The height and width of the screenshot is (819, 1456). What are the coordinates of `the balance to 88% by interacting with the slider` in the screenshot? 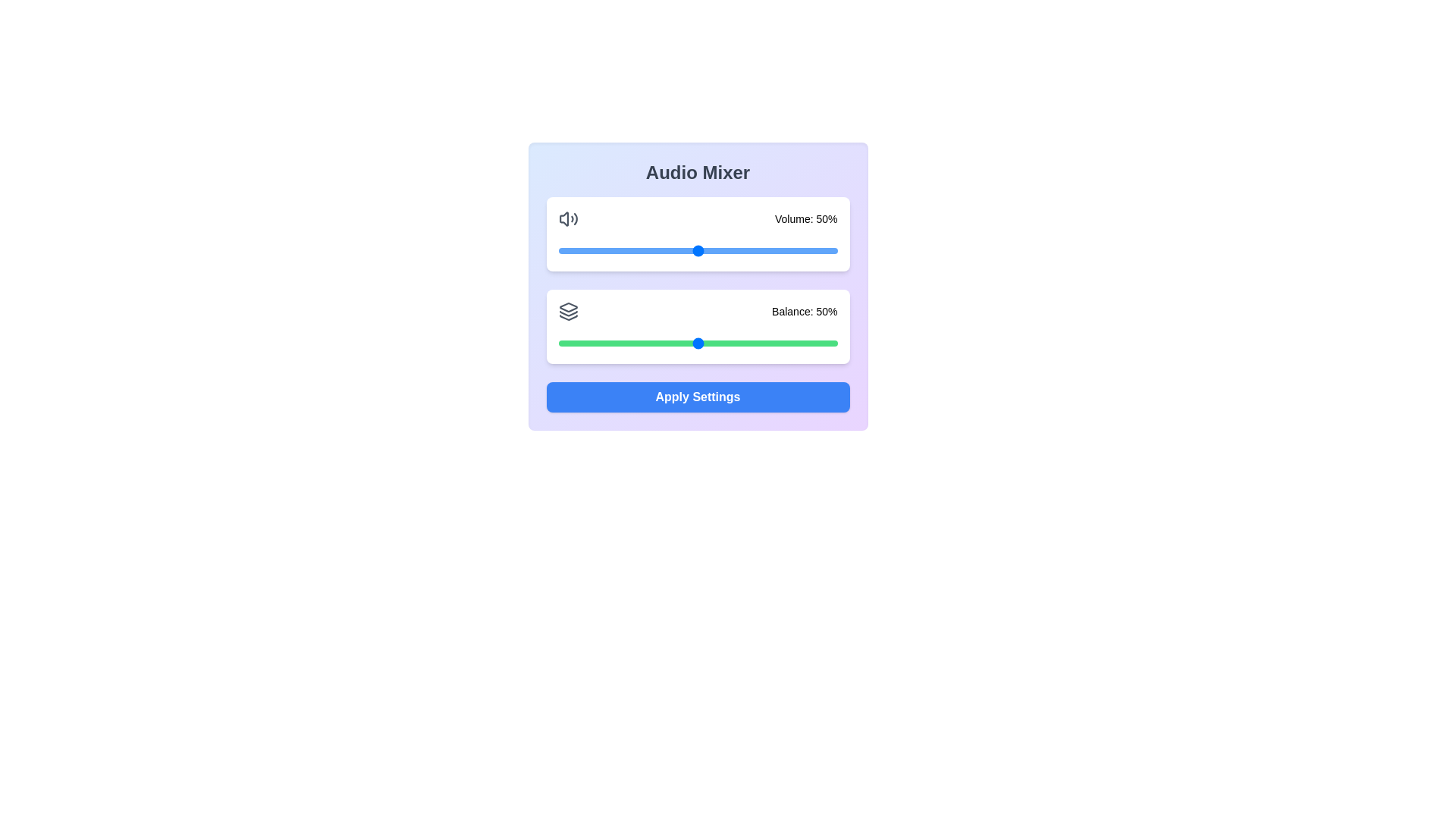 It's located at (803, 343).